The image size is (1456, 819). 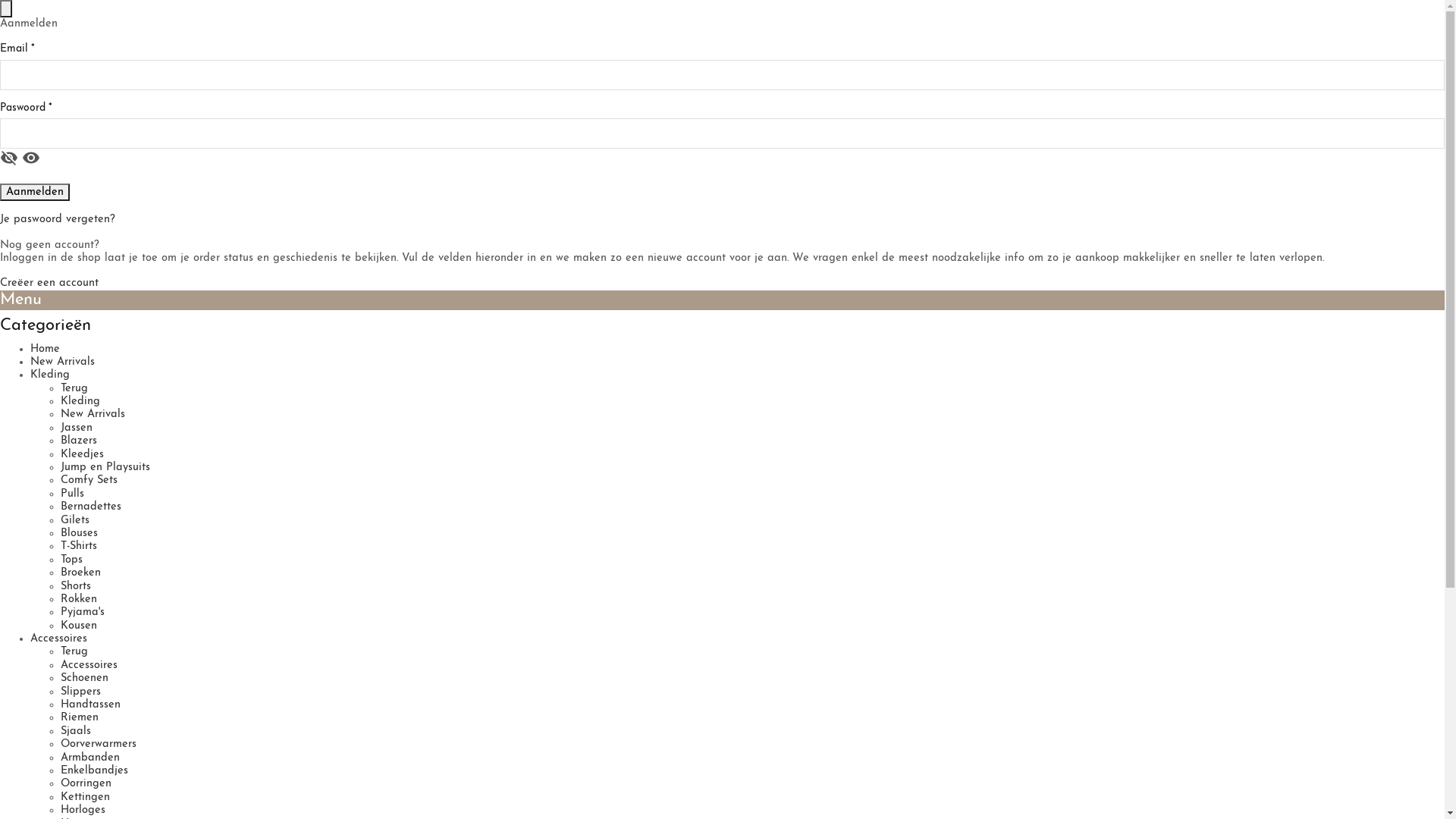 I want to click on 'Blazers', so click(x=78, y=441).